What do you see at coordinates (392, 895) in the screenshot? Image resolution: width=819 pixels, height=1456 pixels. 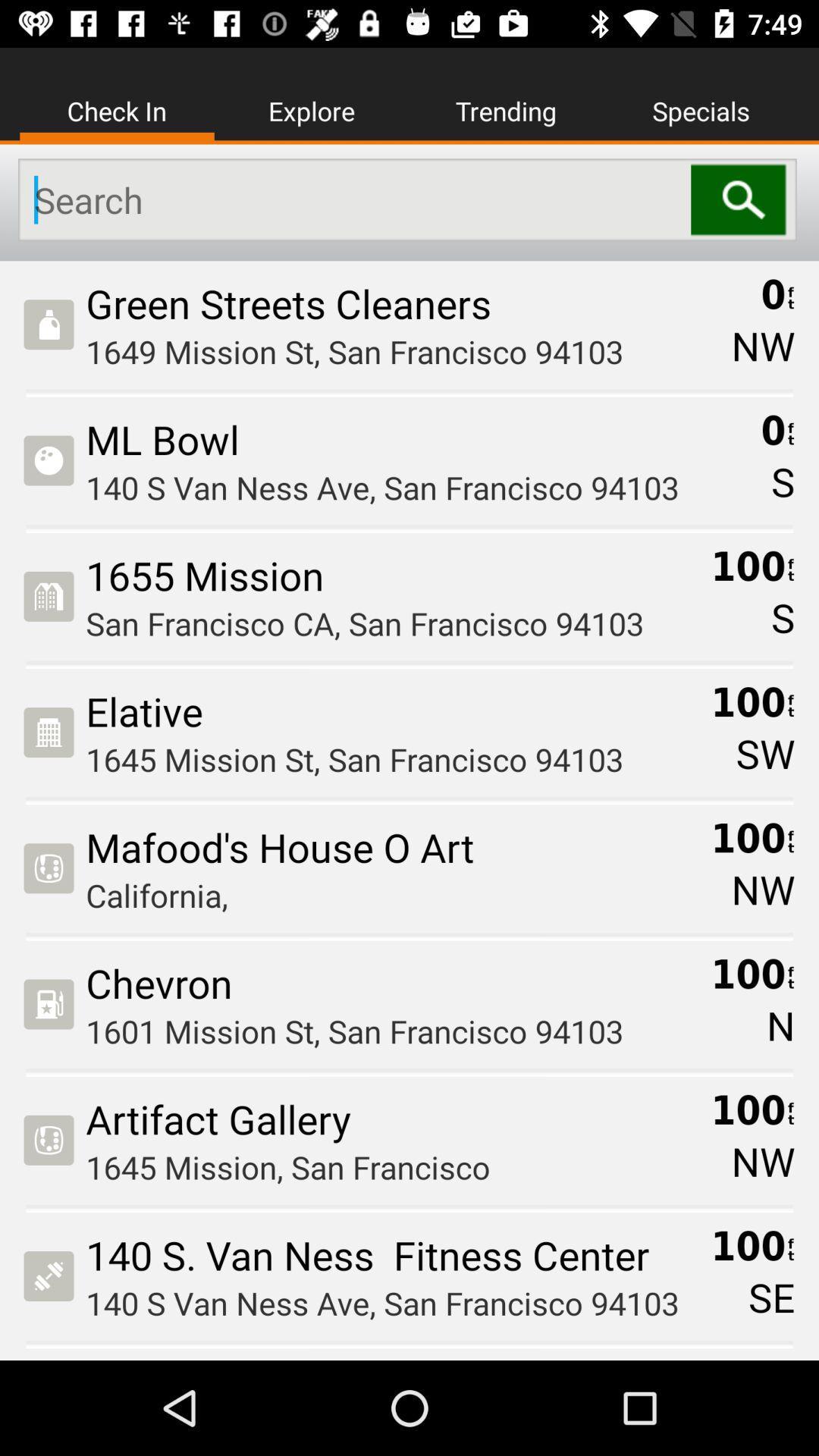 I see `icon above the chevron` at bounding box center [392, 895].